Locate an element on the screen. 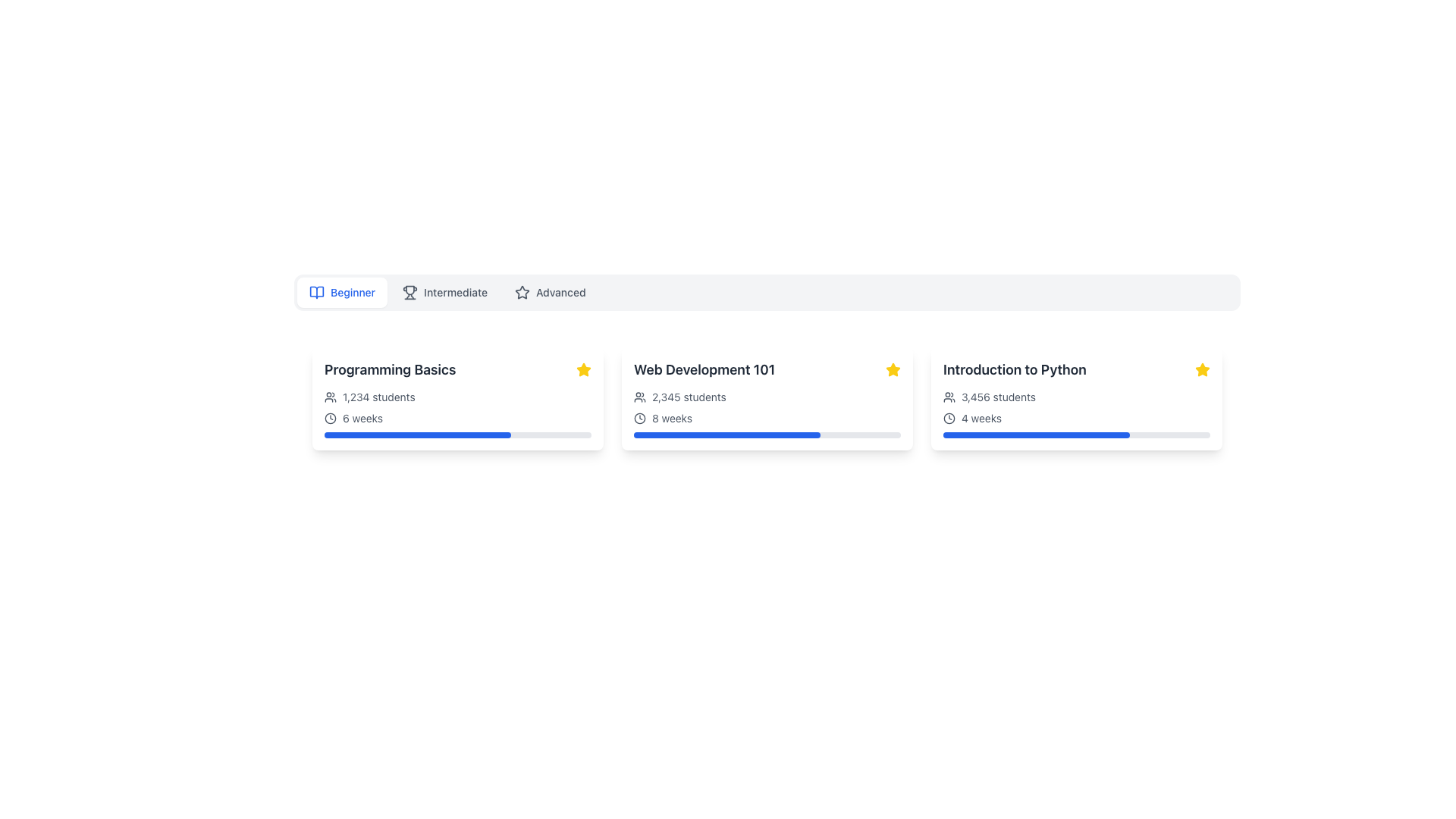 The width and height of the screenshot is (1456, 819). the 'Advanced' button, which is the third button in a group of three, featuring a star icon and a light gray background is located at coordinates (549, 292).